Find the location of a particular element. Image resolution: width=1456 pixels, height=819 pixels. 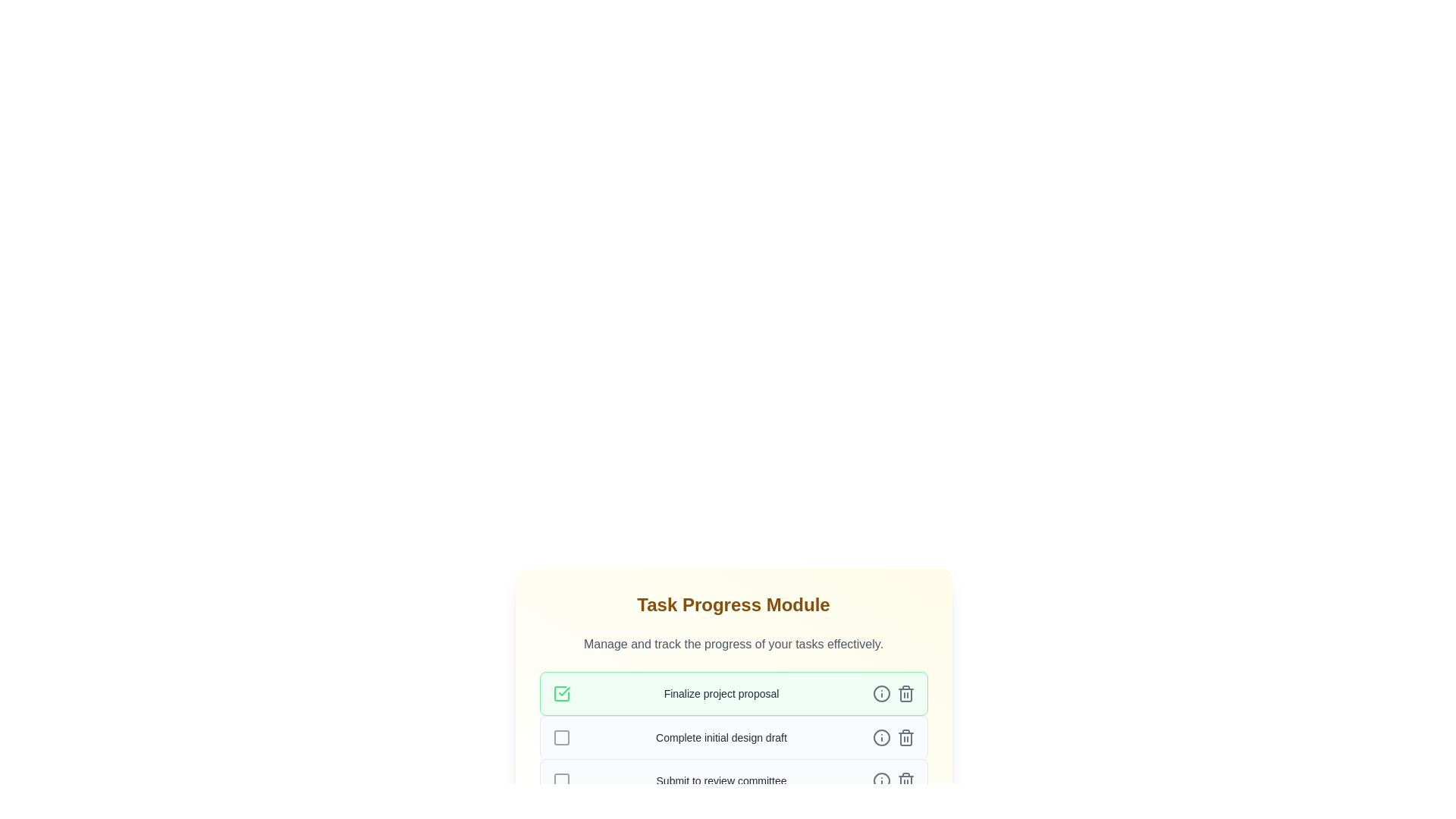

the trash bin icon at the right end of the 'Complete initial design draft' row to change its color to red is located at coordinates (905, 736).